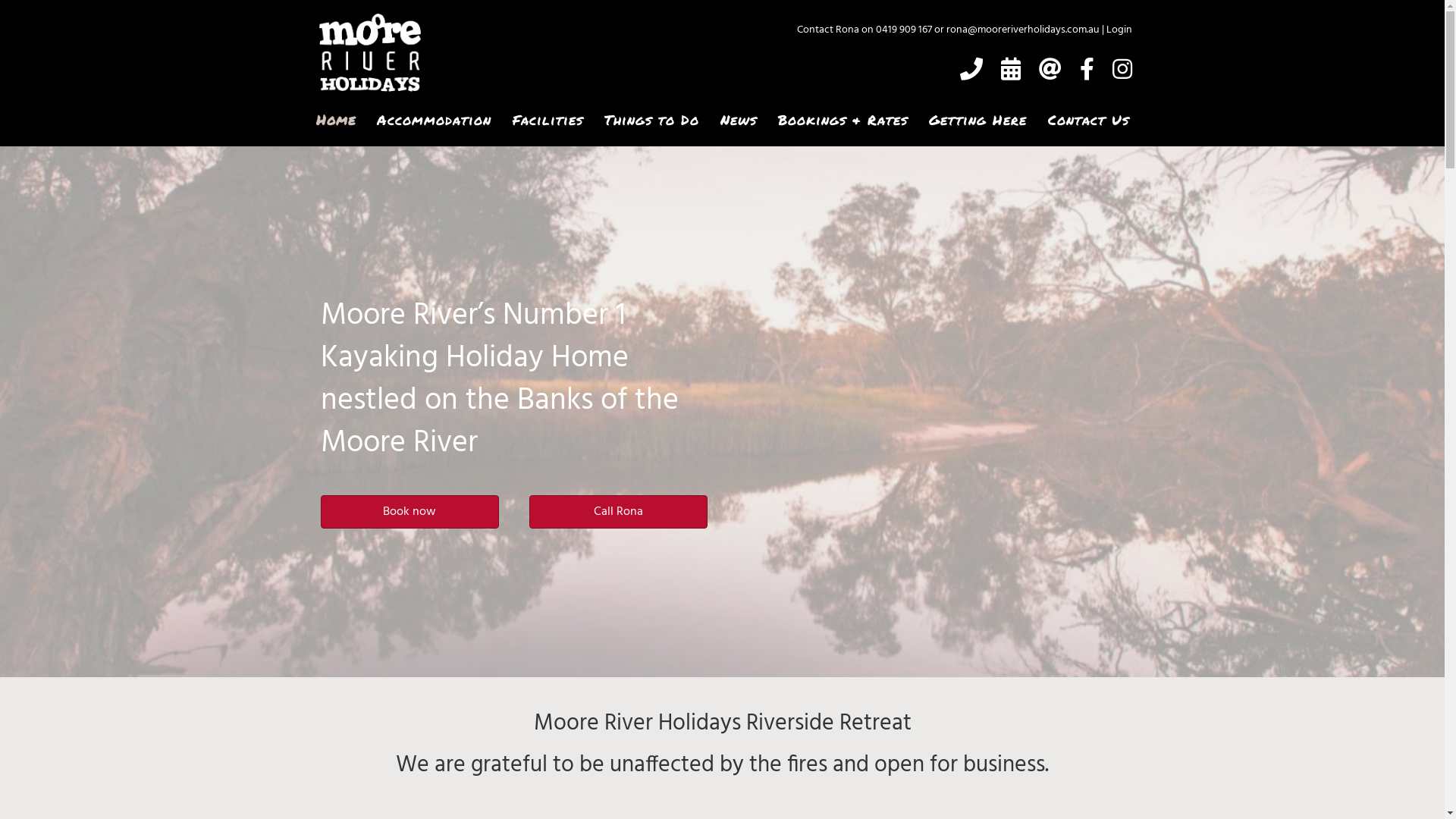 The height and width of the screenshot is (819, 1456). What do you see at coordinates (334, 119) in the screenshot?
I see `'Home'` at bounding box center [334, 119].